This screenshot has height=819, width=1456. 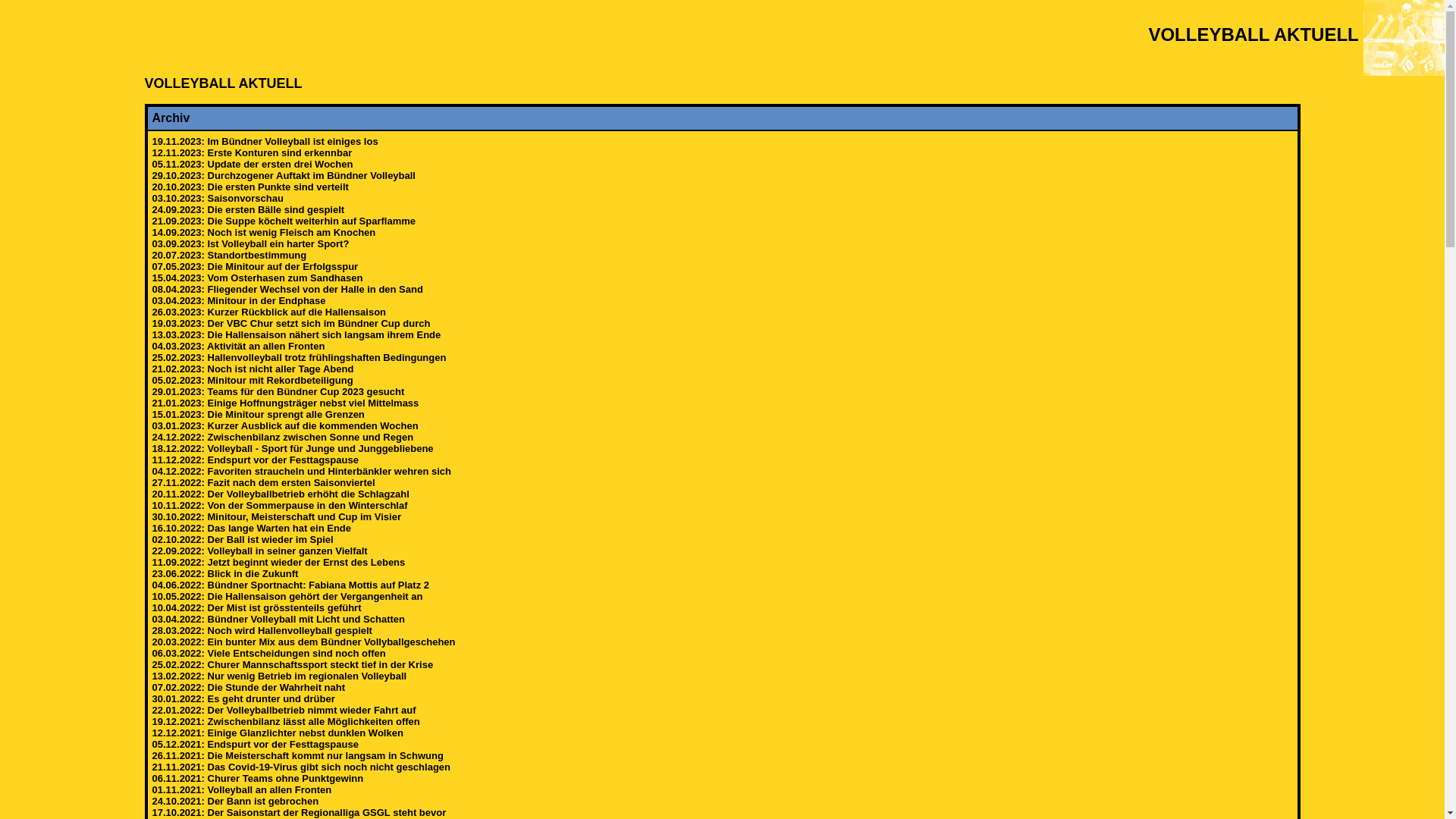 I want to click on '06.11.2021: Churer Teams ohne Punktgewinn', so click(x=152, y=778).